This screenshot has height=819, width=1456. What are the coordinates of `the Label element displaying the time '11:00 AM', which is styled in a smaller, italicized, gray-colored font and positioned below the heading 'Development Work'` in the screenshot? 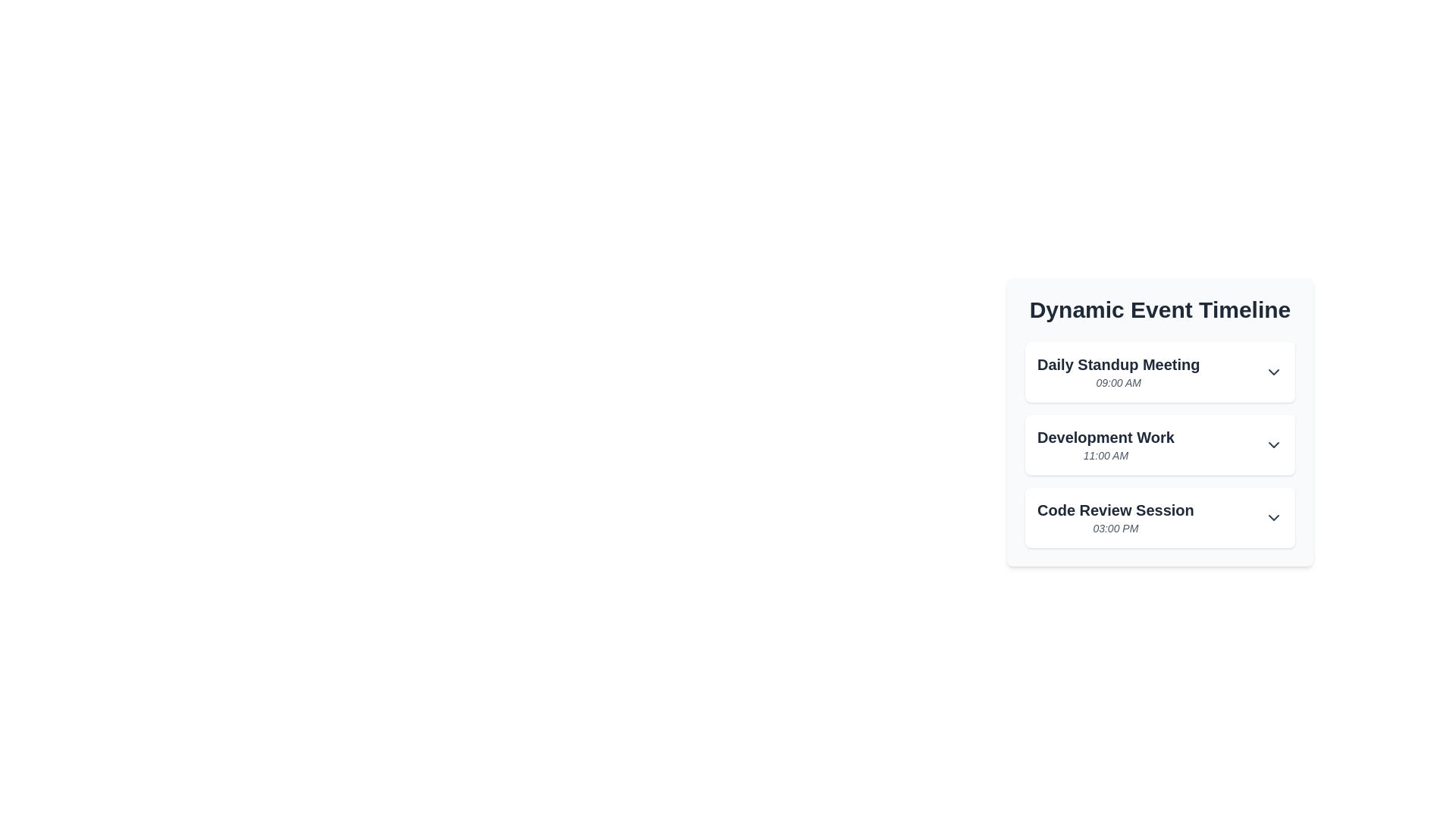 It's located at (1106, 455).